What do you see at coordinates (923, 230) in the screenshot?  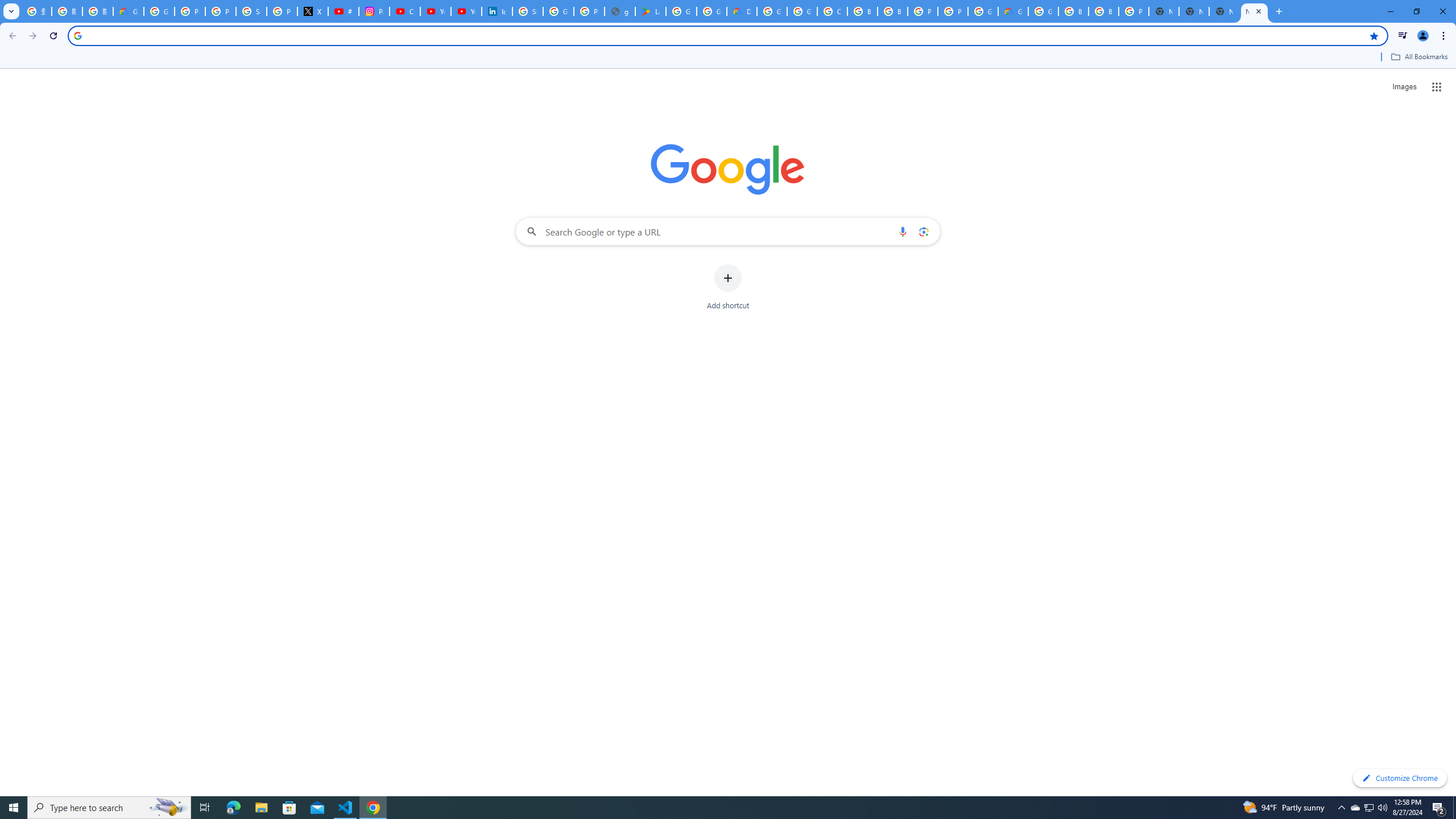 I see `'Search by image'` at bounding box center [923, 230].